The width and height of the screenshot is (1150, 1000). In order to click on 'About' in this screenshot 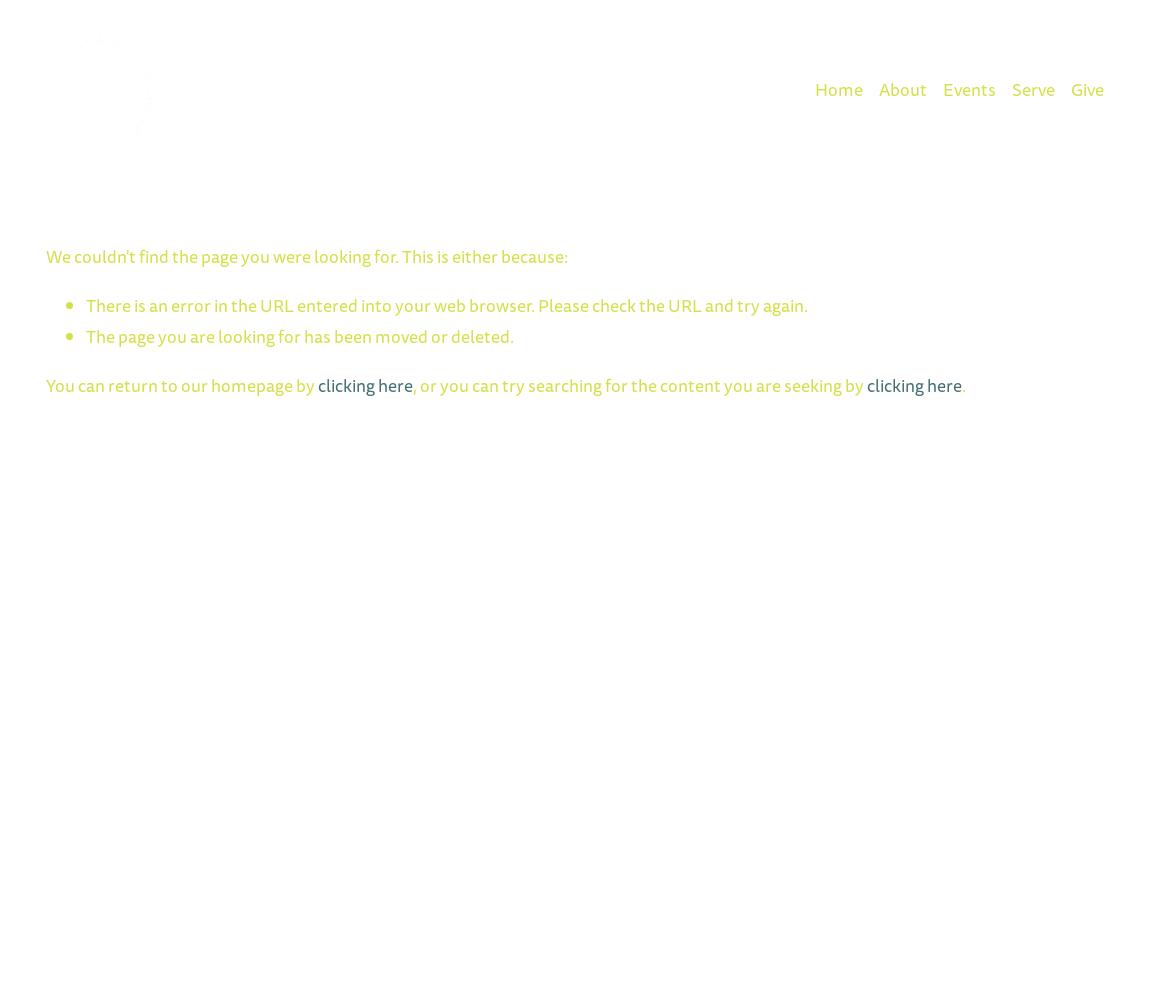, I will do `click(901, 87)`.